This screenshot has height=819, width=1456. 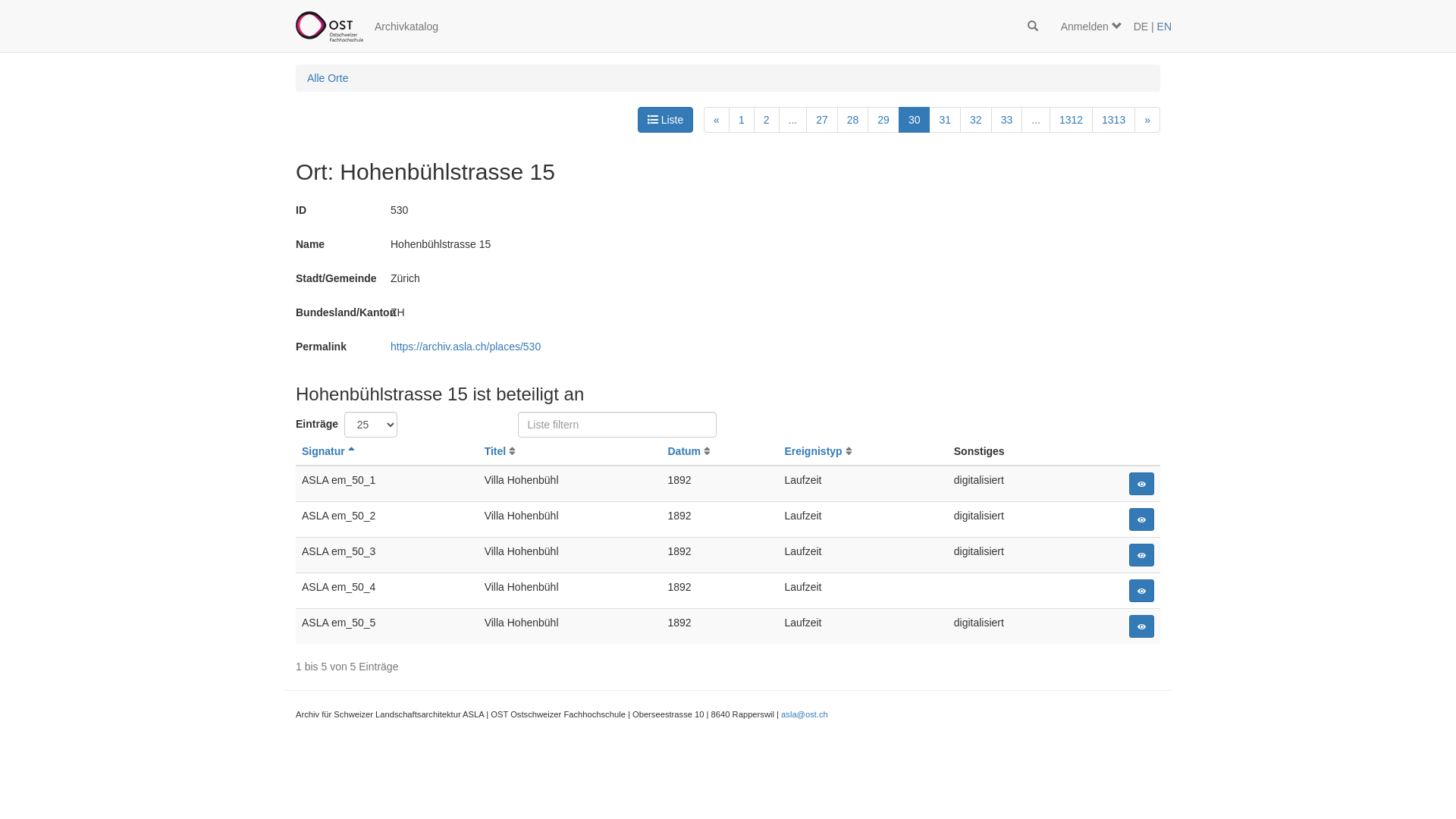 What do you see at coordinates (817, 450) in the screenshot?
I see `'Ereignistyp'` at bounding box center [817, 450].